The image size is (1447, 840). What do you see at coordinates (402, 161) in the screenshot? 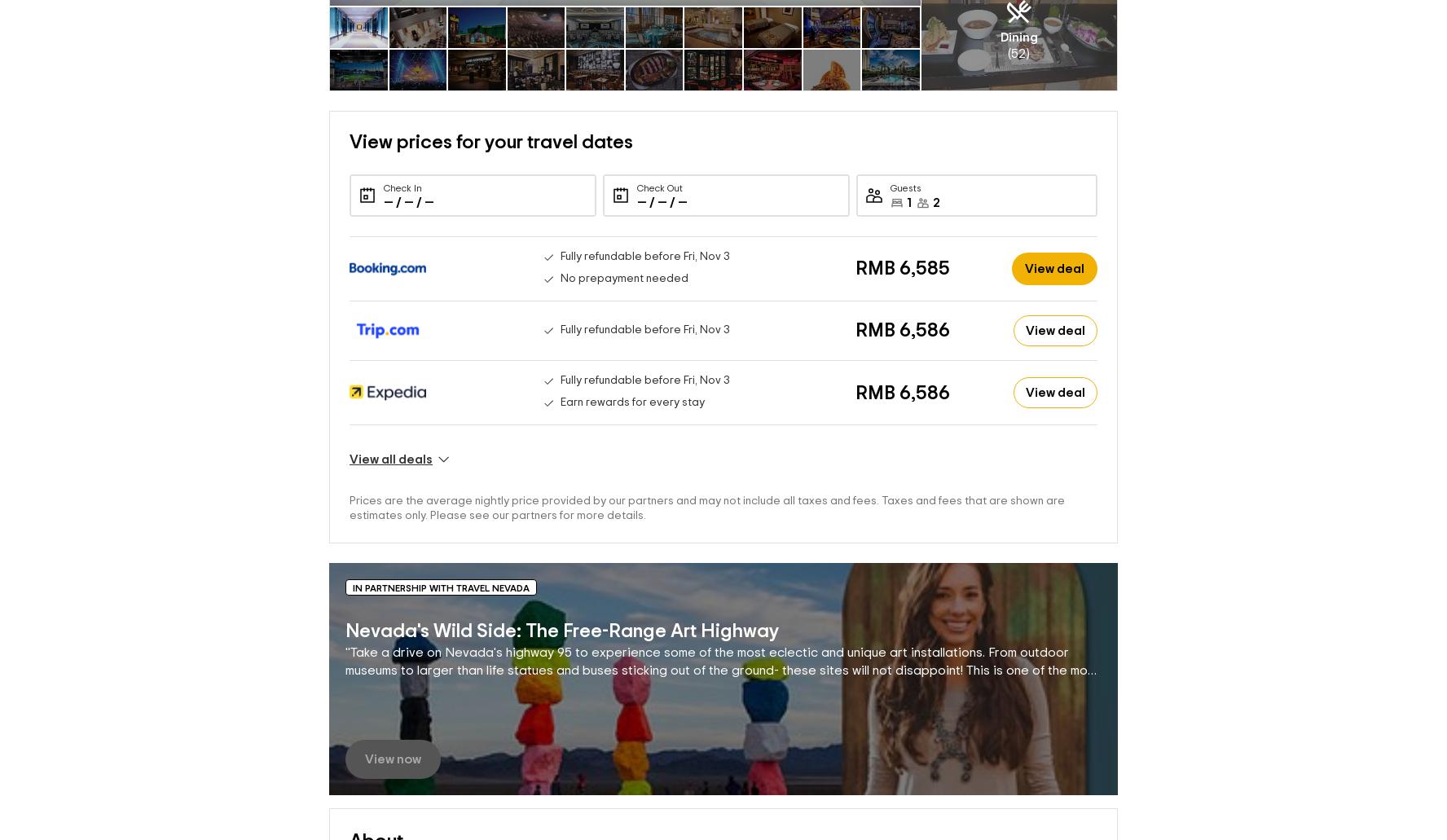
I see `'Check In'` at bounding box center [402, 161].